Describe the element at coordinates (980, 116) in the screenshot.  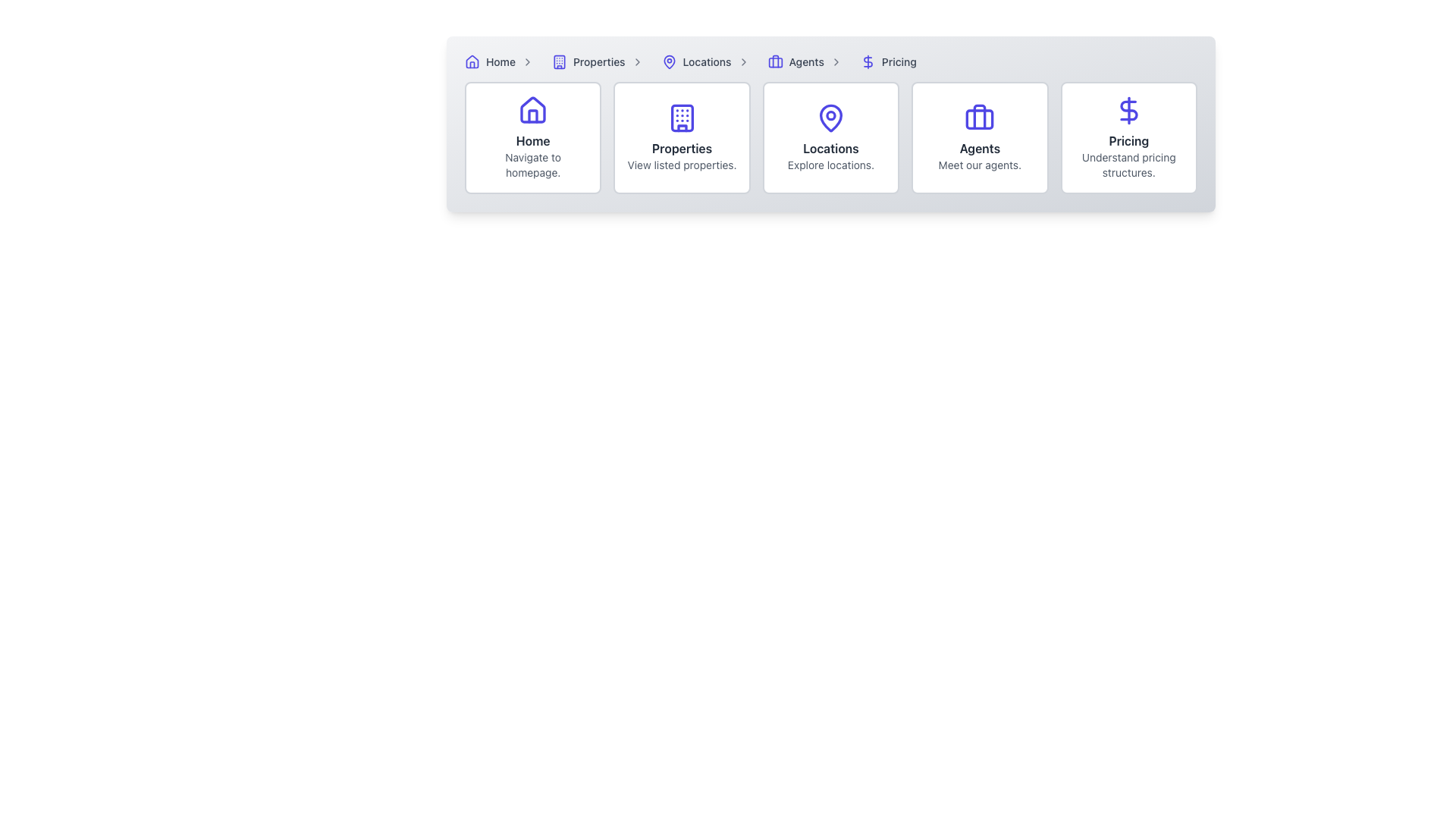
I see `the decorative icon component of the briefcase located centrally within the 'Agents' clickable card` at that location.